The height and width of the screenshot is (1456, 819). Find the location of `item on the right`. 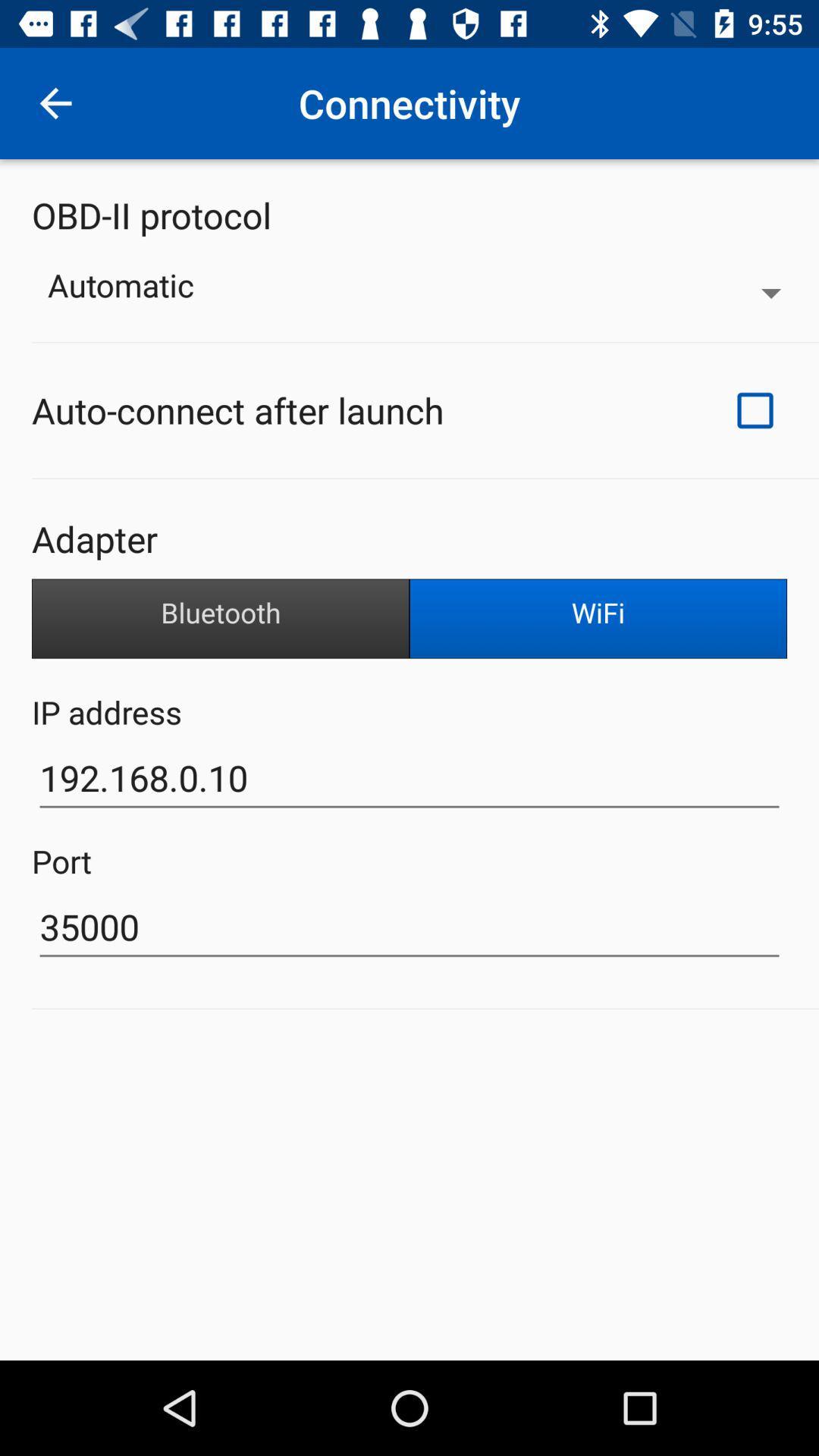

item on the right is located at coordinates (598, 619).